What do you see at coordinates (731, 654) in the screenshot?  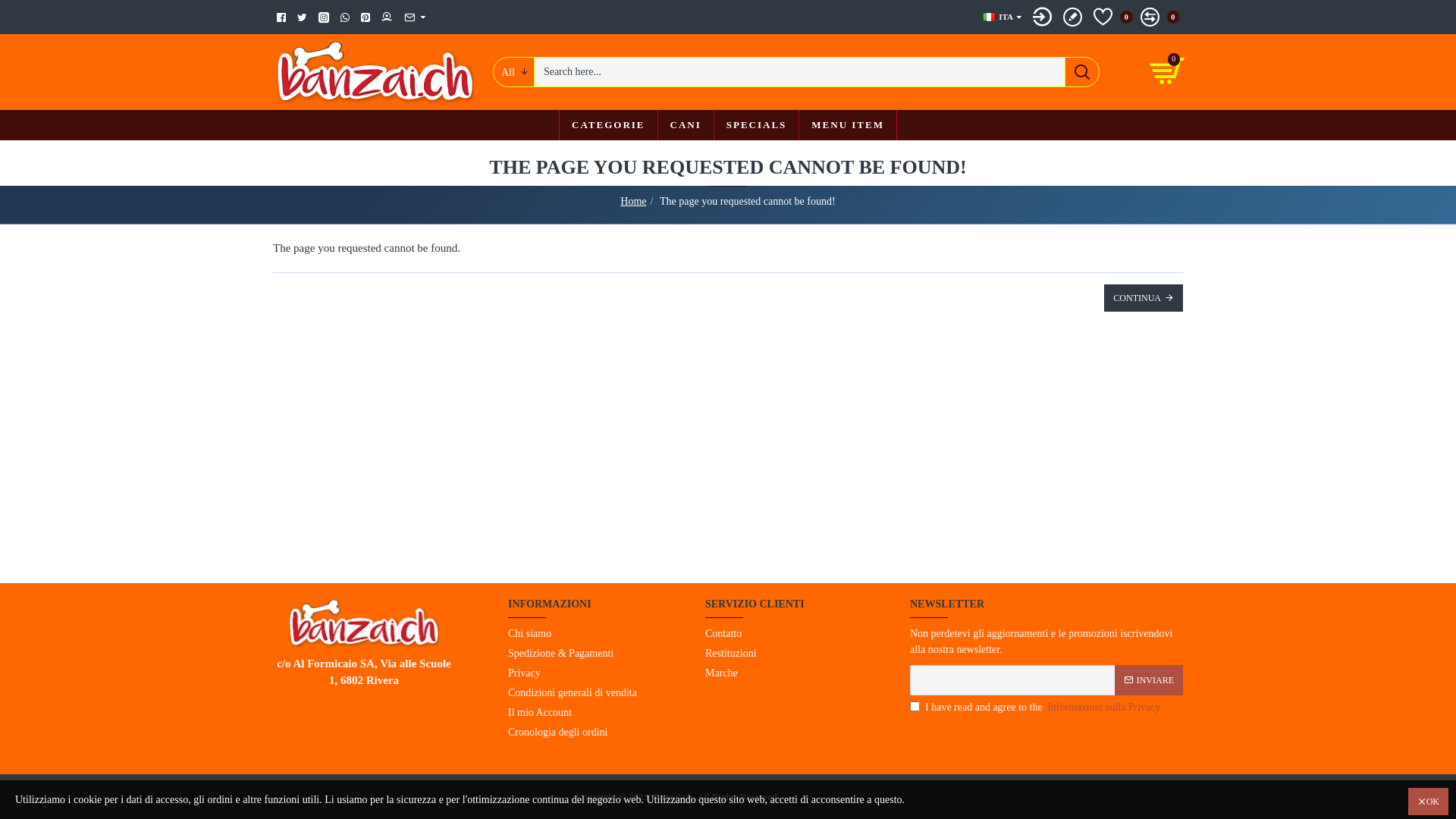 I see `'Restituzioni'` at bounding box center [731, 654].